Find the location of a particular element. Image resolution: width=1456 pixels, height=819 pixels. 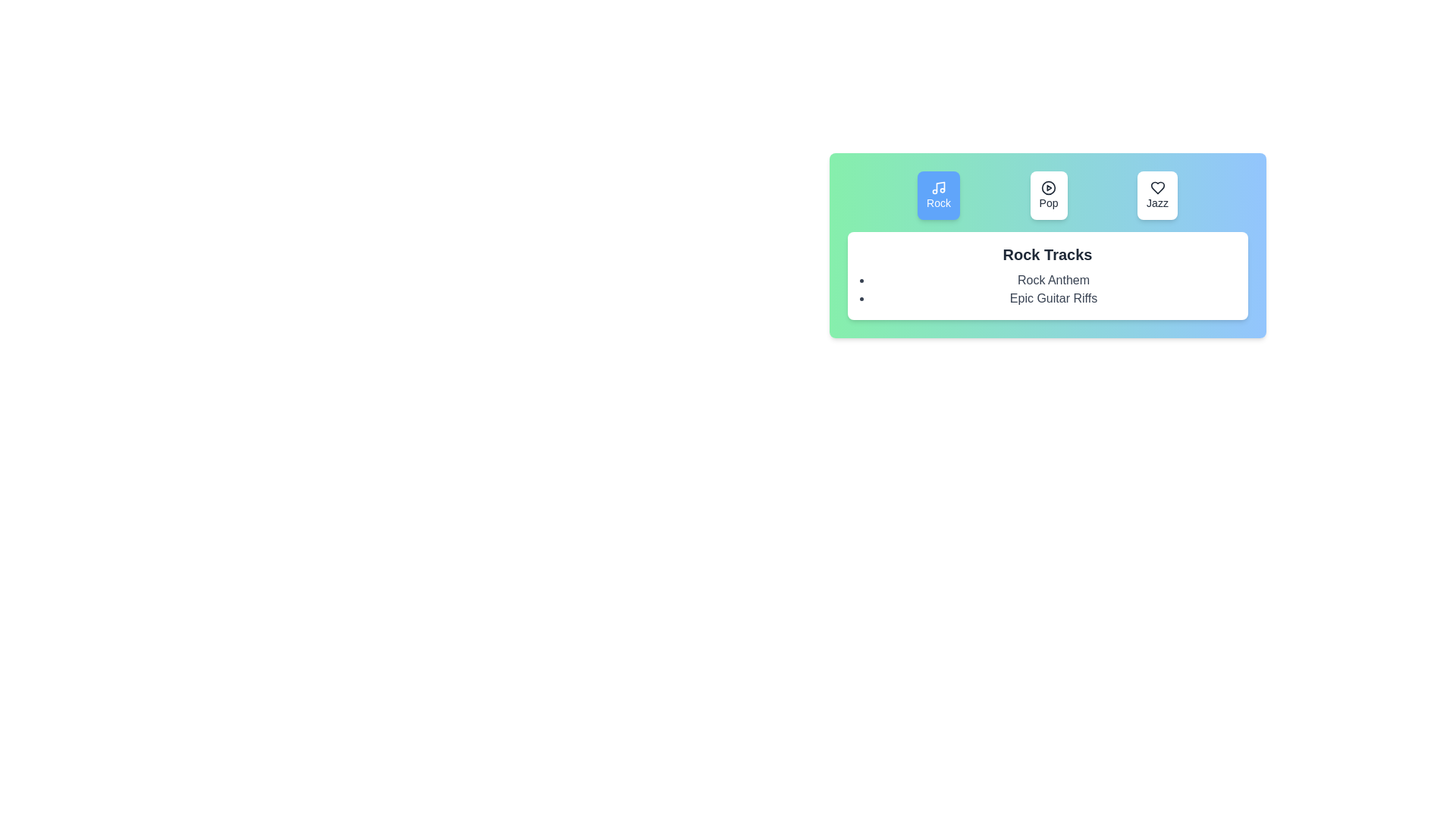

the Jazz genre by clicking its button is located at coordinates (1156, 195).